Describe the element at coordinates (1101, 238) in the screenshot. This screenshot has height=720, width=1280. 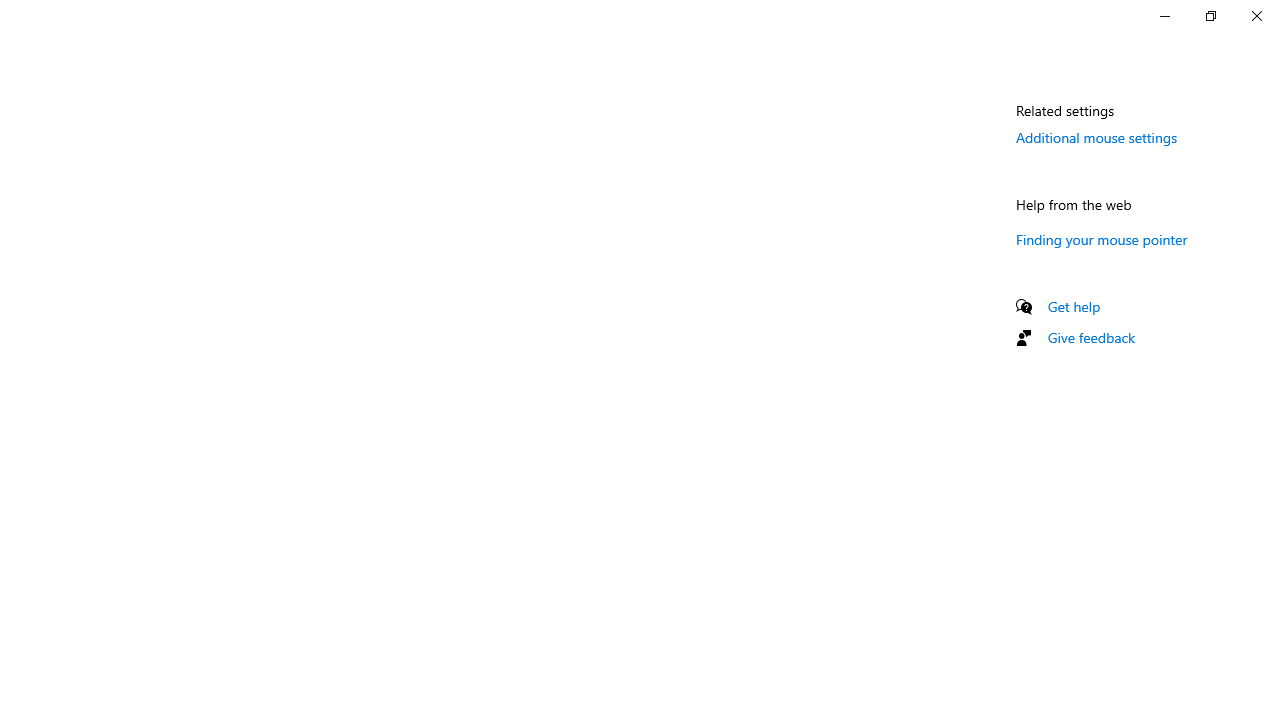
I see `'Finding your mouse pointer'` at that location.